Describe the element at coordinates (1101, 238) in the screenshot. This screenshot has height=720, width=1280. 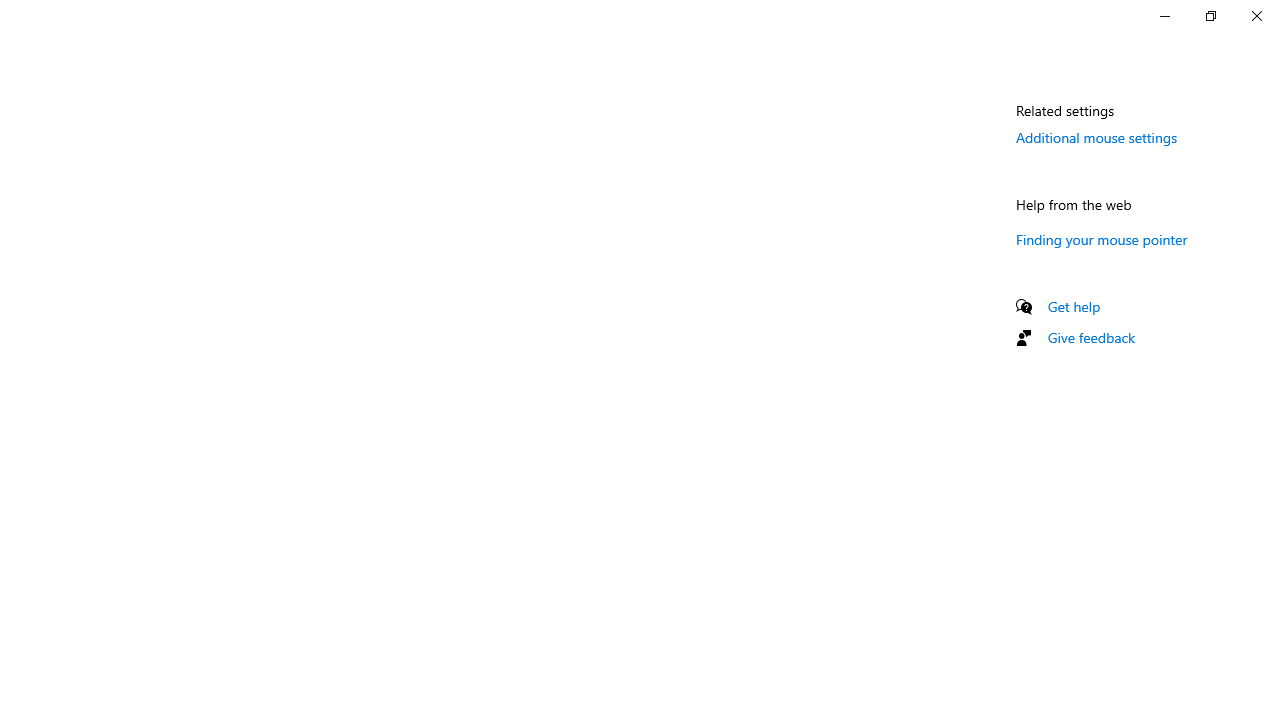
I see `'Finding your mouse pointer'` at that location.